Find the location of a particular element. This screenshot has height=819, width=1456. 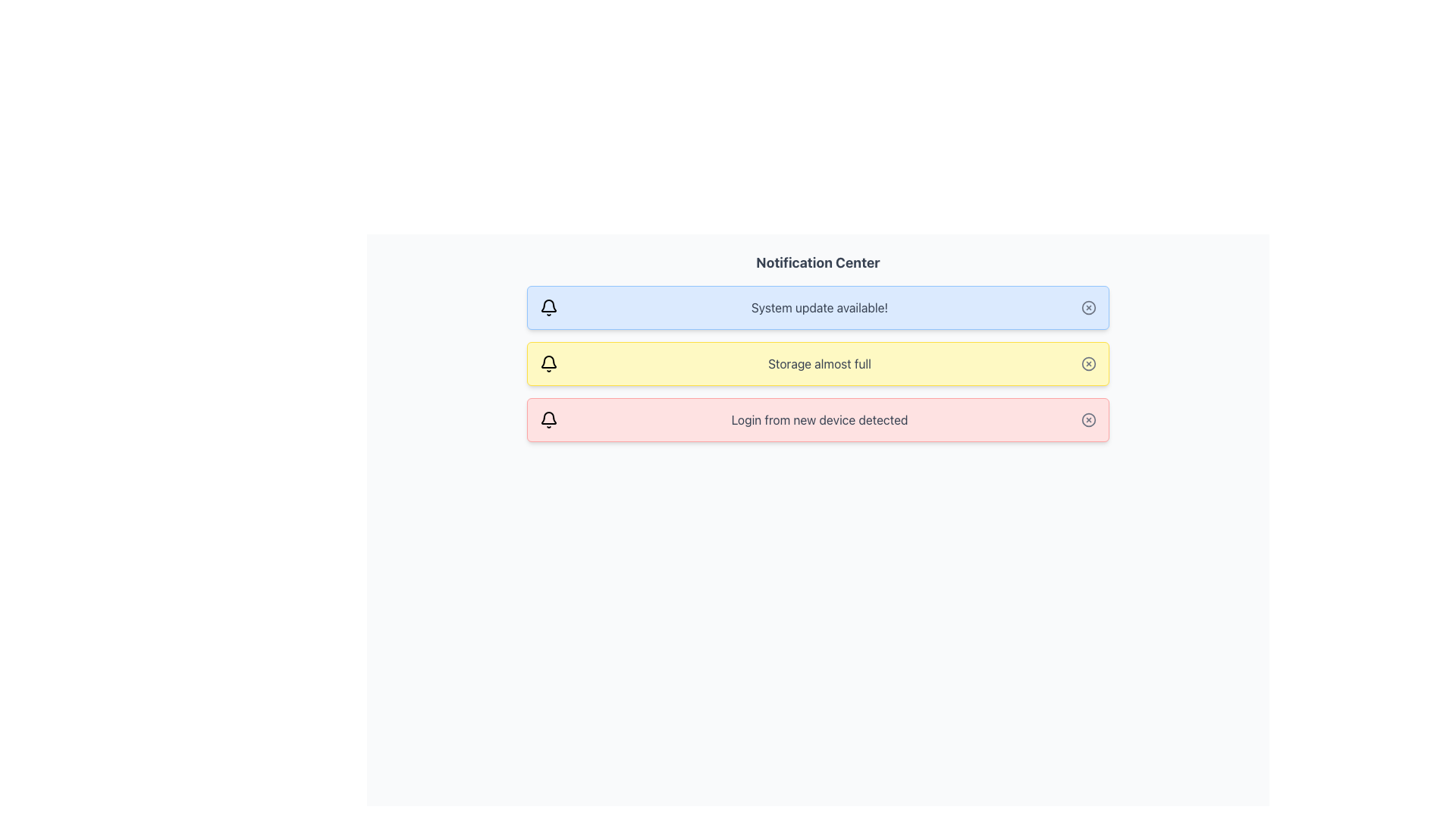

the title text element reading 'Notification Center', which is styled in bold and large dark gray font at the top center of the notification panel is located at coordinates (817, 262).